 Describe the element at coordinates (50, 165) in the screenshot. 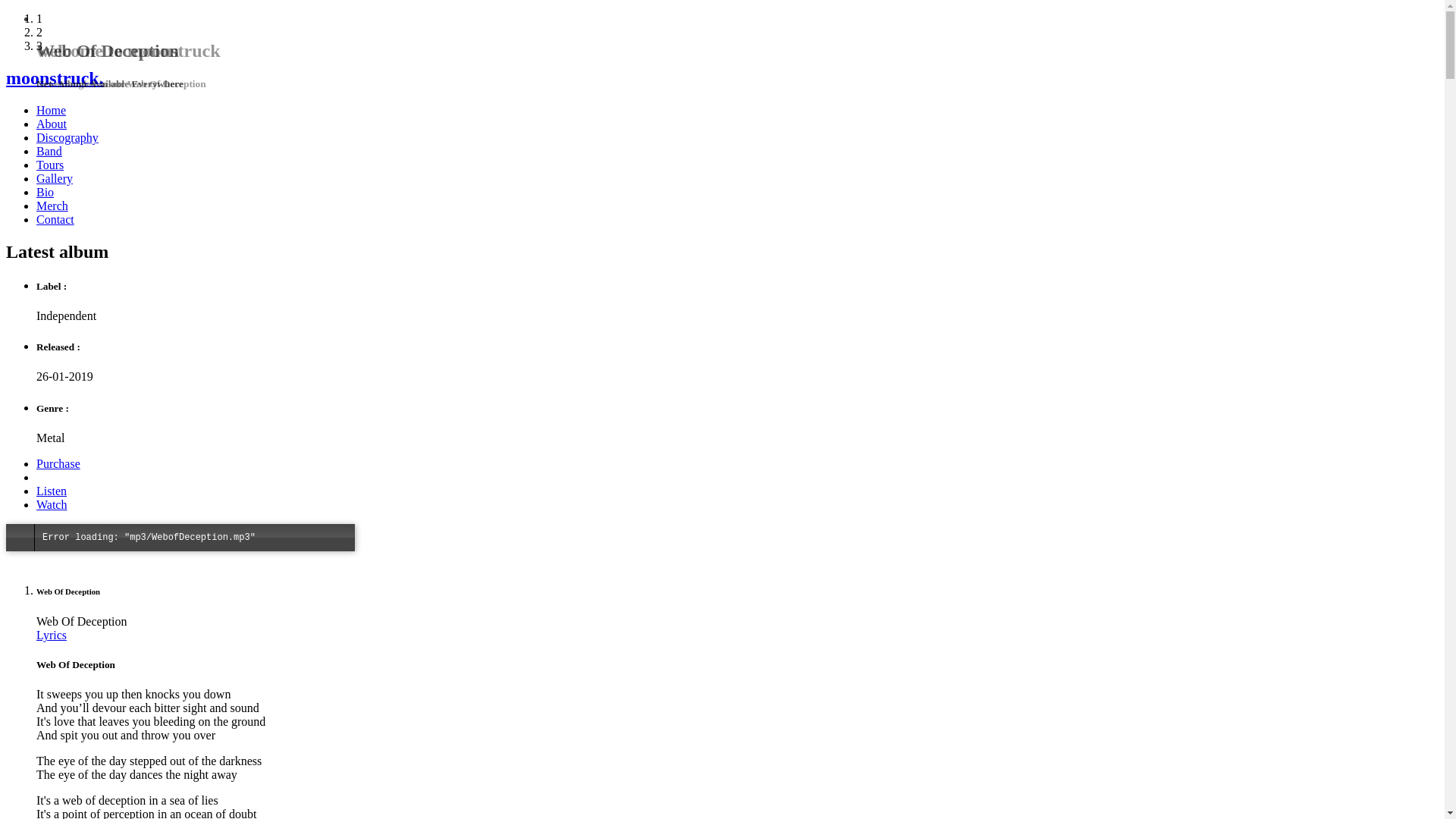

I see `'Tours'` at that location.